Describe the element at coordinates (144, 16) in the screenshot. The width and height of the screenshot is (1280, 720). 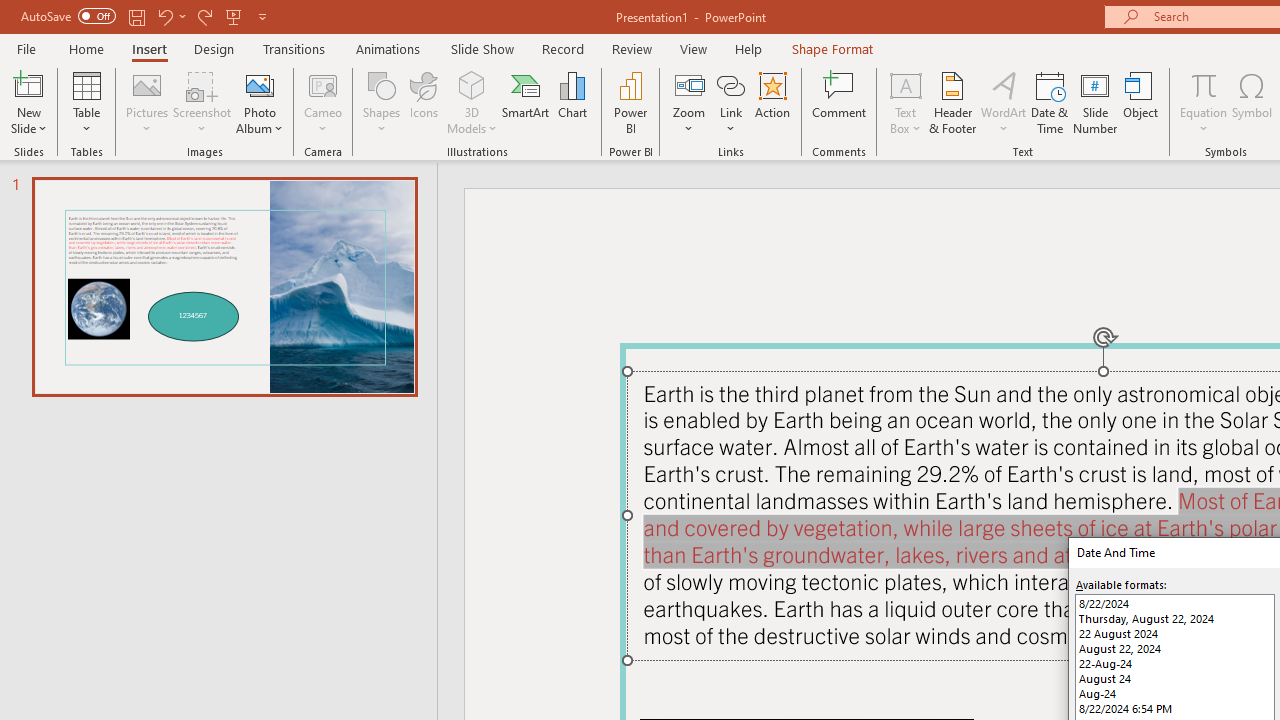
I see `'Quick Access Toolbar'` at that location.